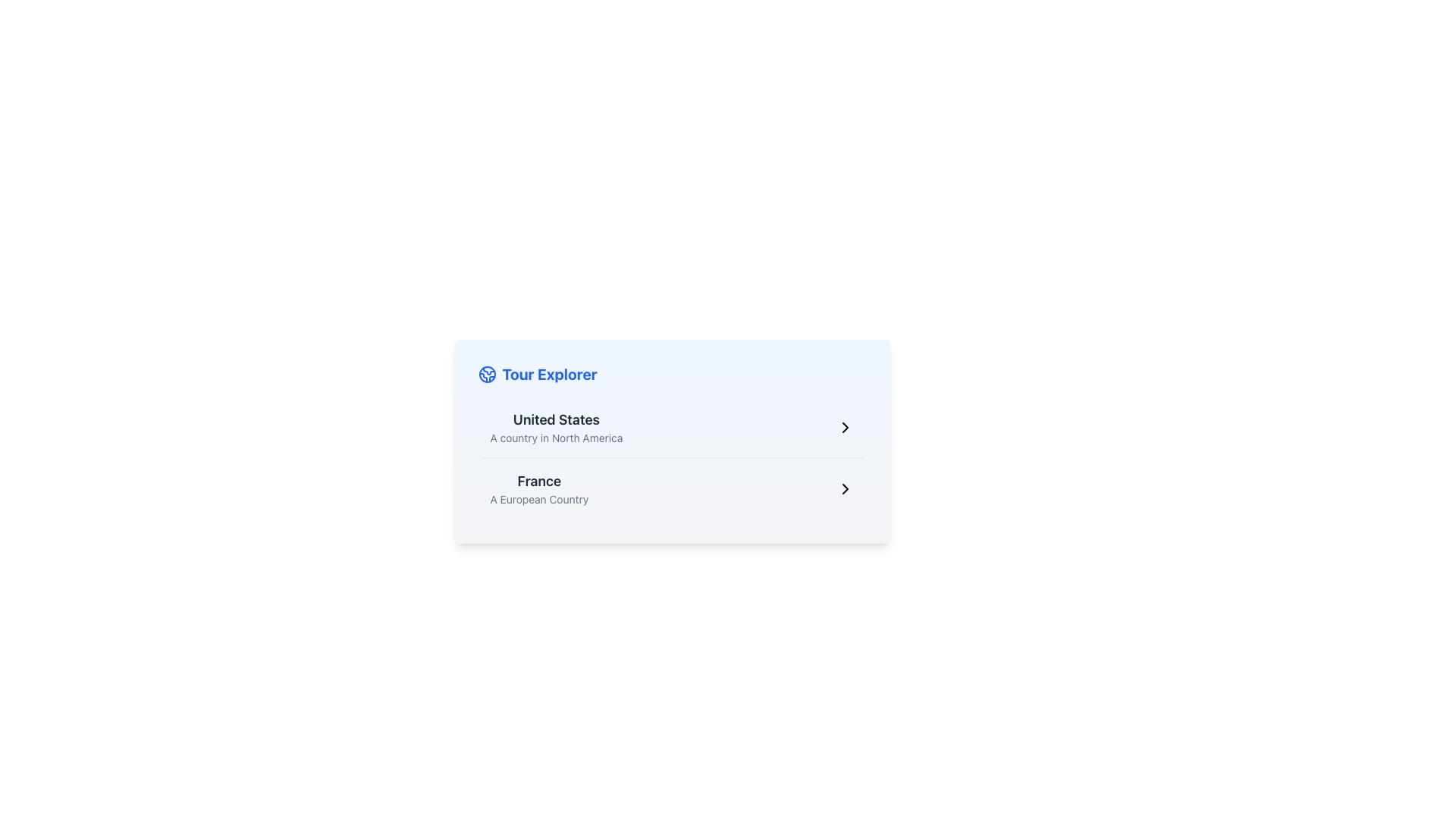  Describe the element at coordinates (556, 427) in the screenshot. I see `the descriptive label for 'United States', which is located below the 'Tour Explorer' heading and above the 'France' entry` at that location.